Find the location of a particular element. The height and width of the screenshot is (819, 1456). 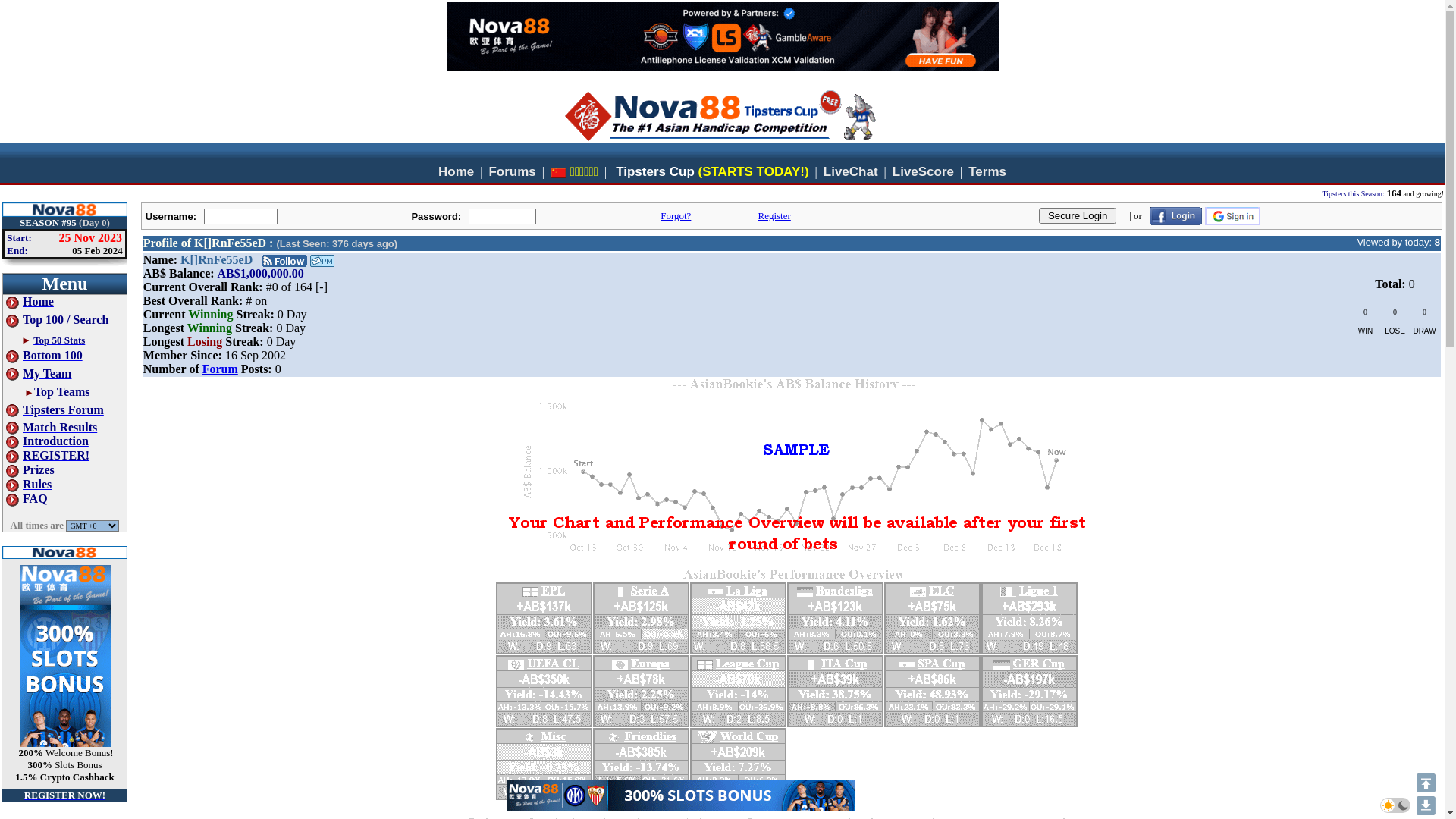

'Terms' is located at coordinates (987, 171).